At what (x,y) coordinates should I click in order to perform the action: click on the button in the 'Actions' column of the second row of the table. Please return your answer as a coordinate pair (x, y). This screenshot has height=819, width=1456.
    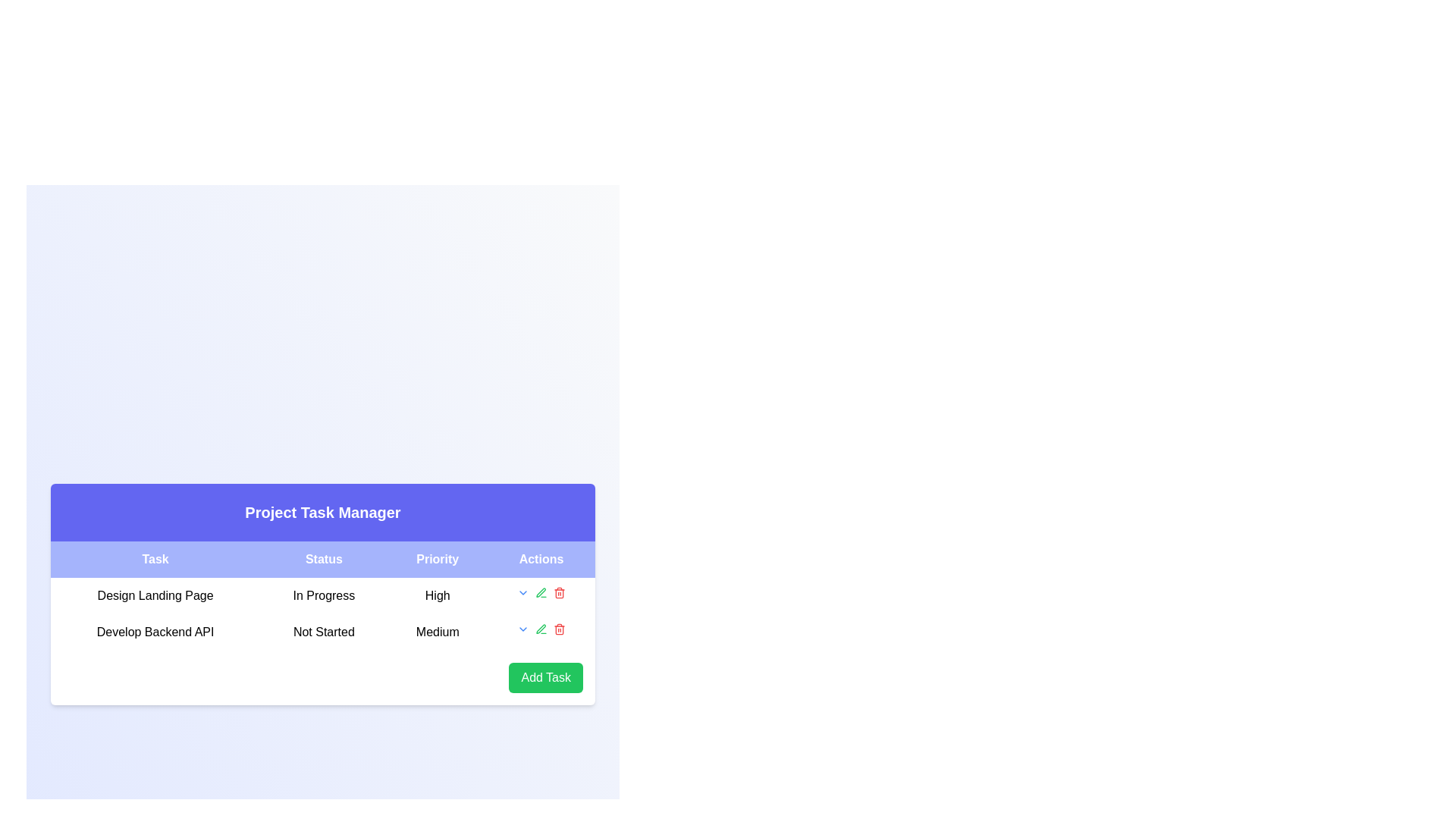
    Looking at the image, I should click on (523, 629).